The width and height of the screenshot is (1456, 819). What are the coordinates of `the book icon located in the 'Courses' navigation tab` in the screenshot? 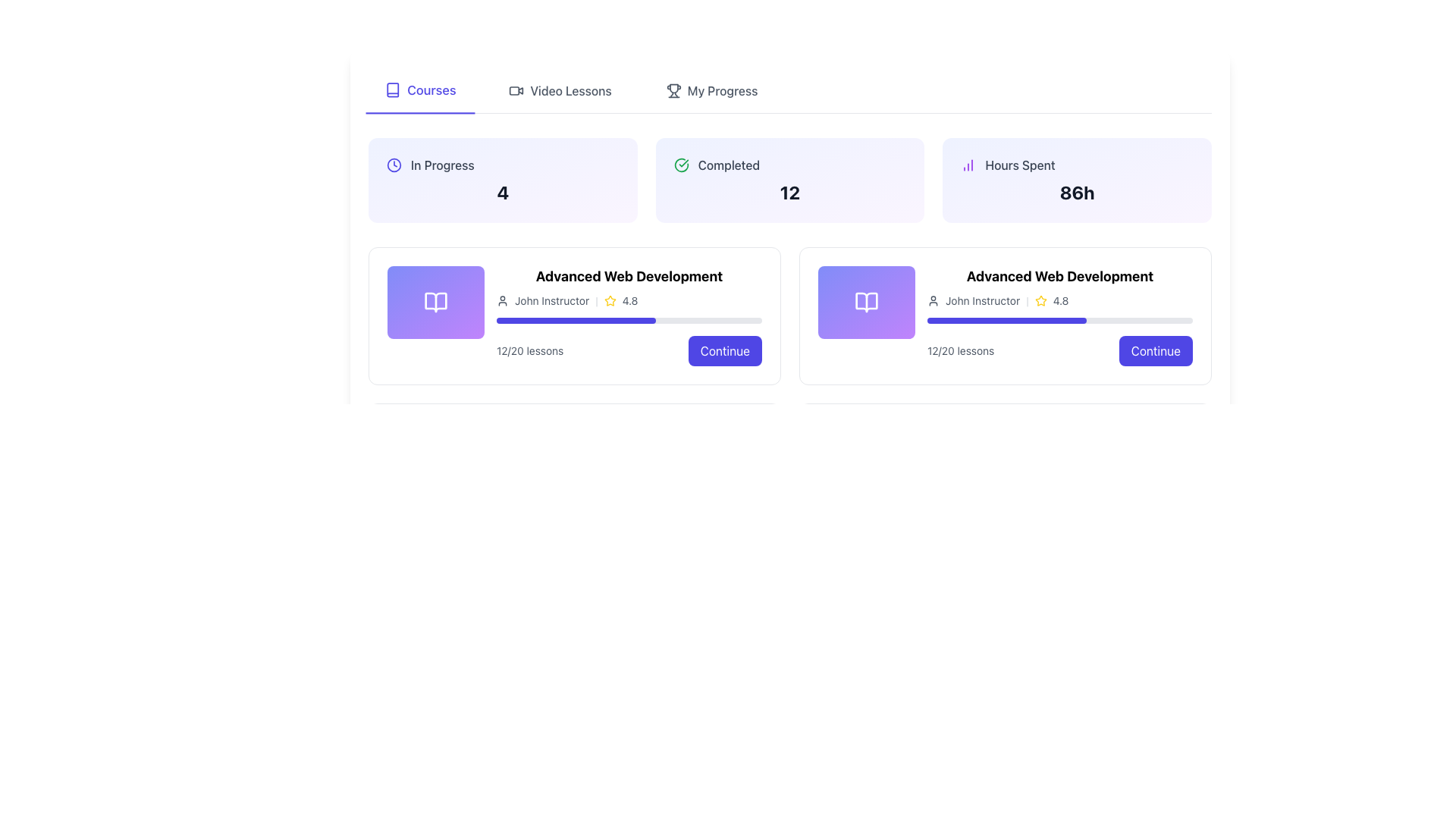 It's located at (393, 89).